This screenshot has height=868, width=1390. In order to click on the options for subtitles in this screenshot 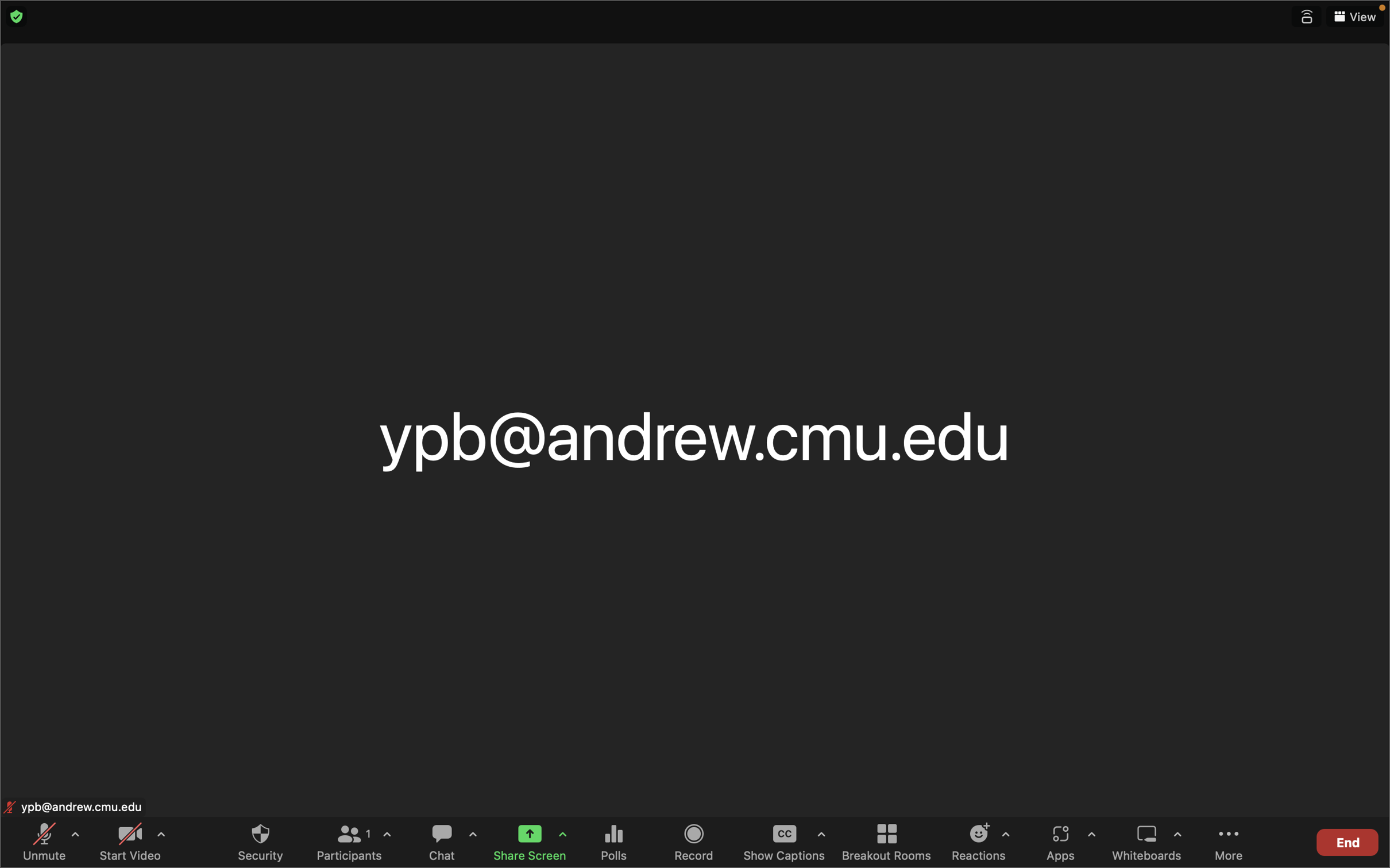, I will do `click(821, 836)`.